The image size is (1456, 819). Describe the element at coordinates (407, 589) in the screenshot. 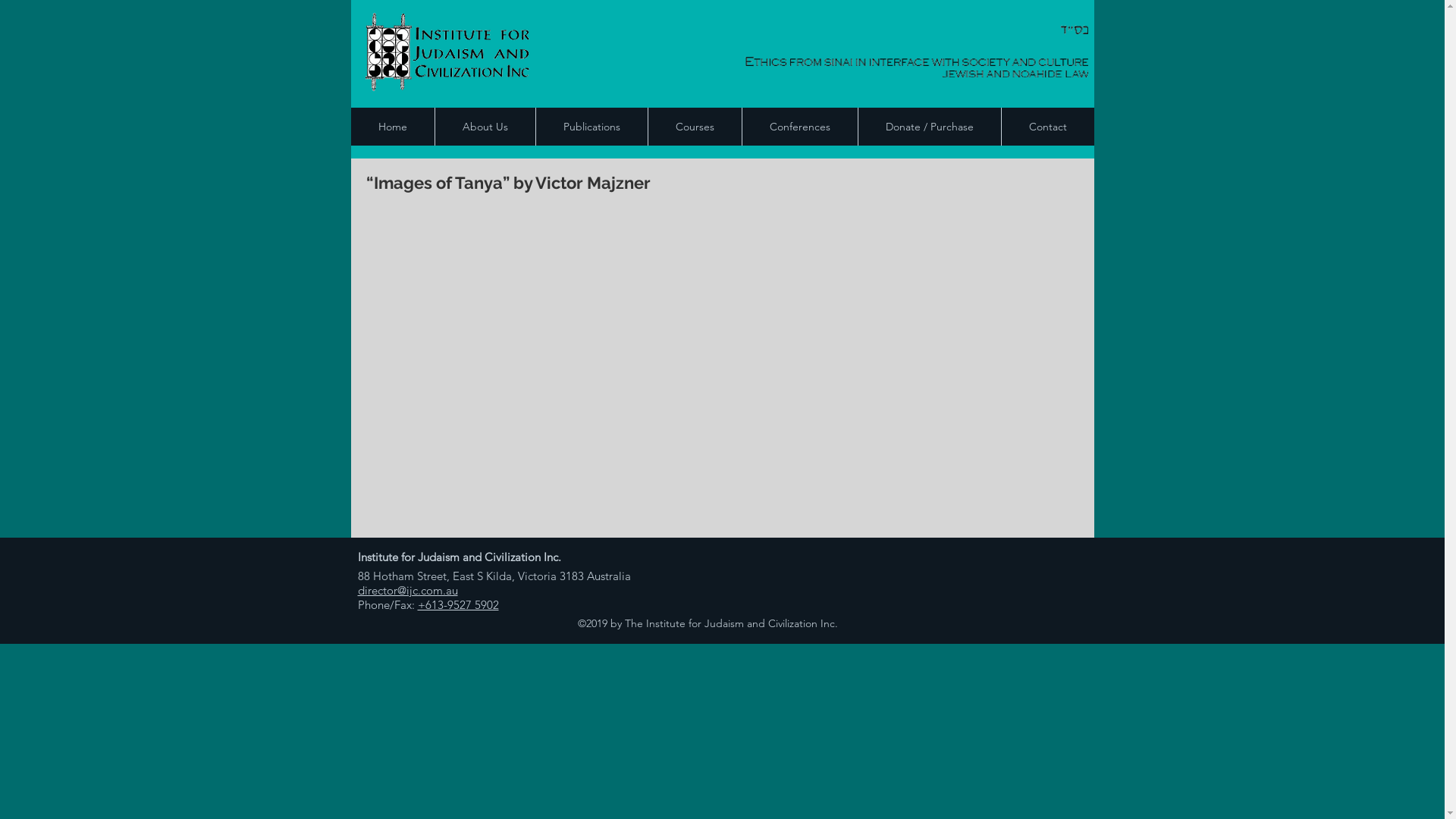

I see `'director@ijc.com.au'` at that location.